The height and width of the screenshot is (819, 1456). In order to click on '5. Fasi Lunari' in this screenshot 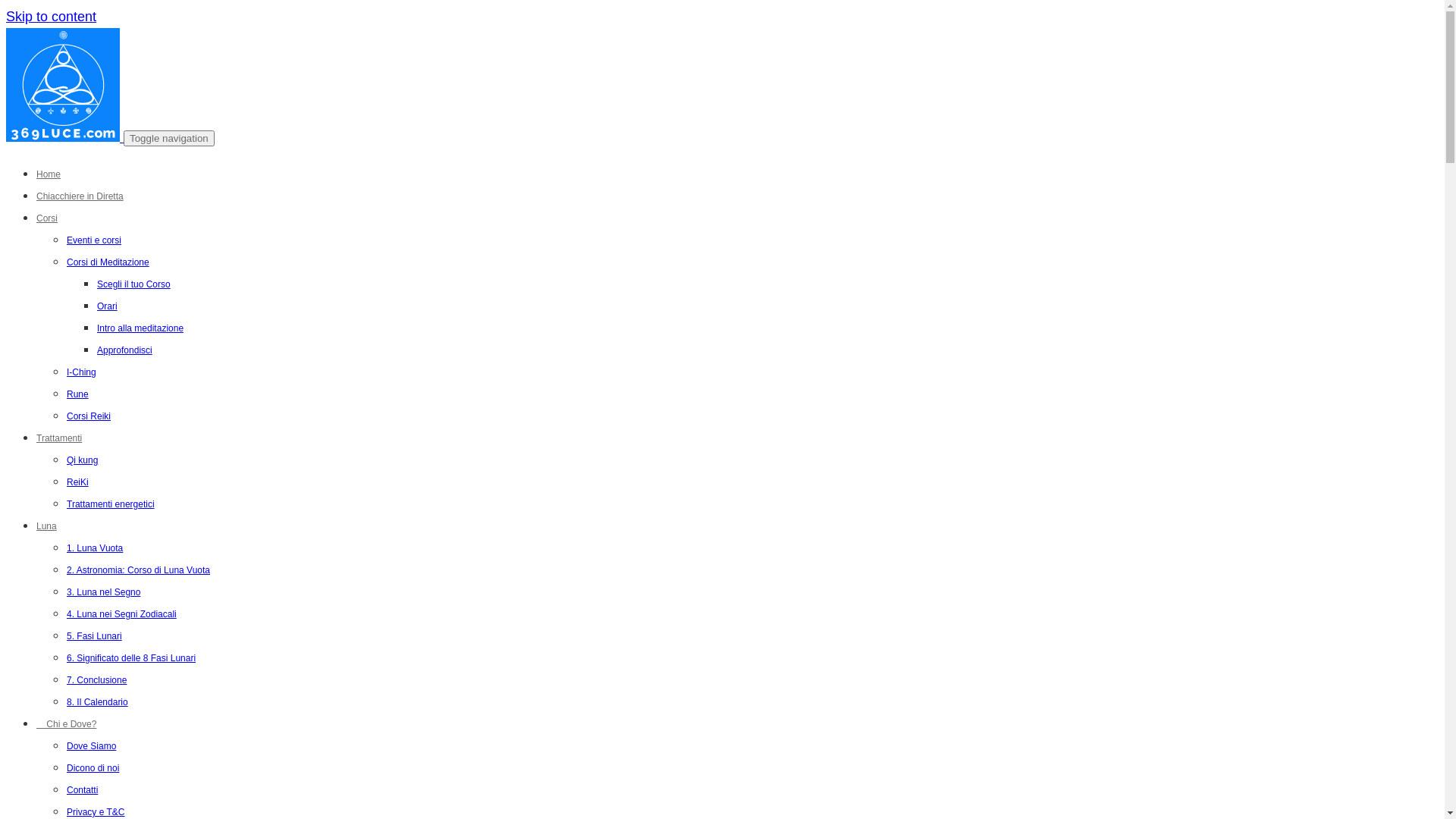, I will do `click(93, 636)`.